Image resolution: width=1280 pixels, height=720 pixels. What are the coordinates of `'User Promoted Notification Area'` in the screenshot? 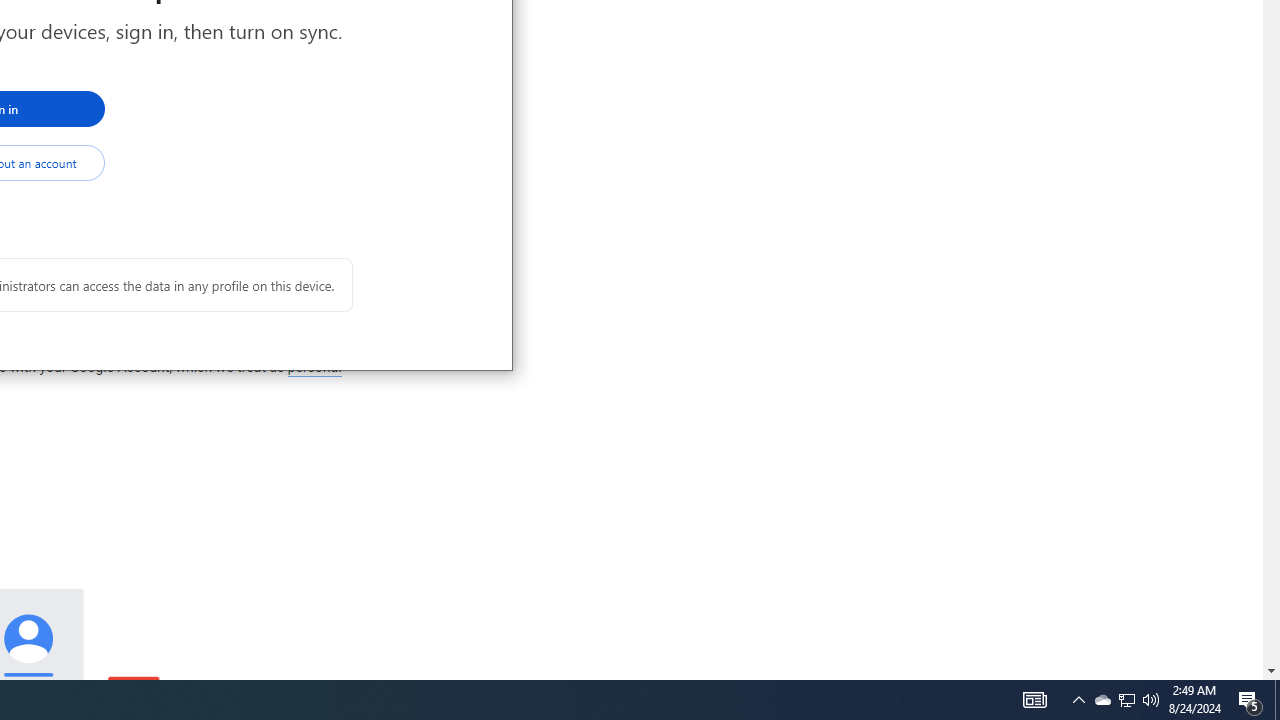 It's located at (1127, 698).